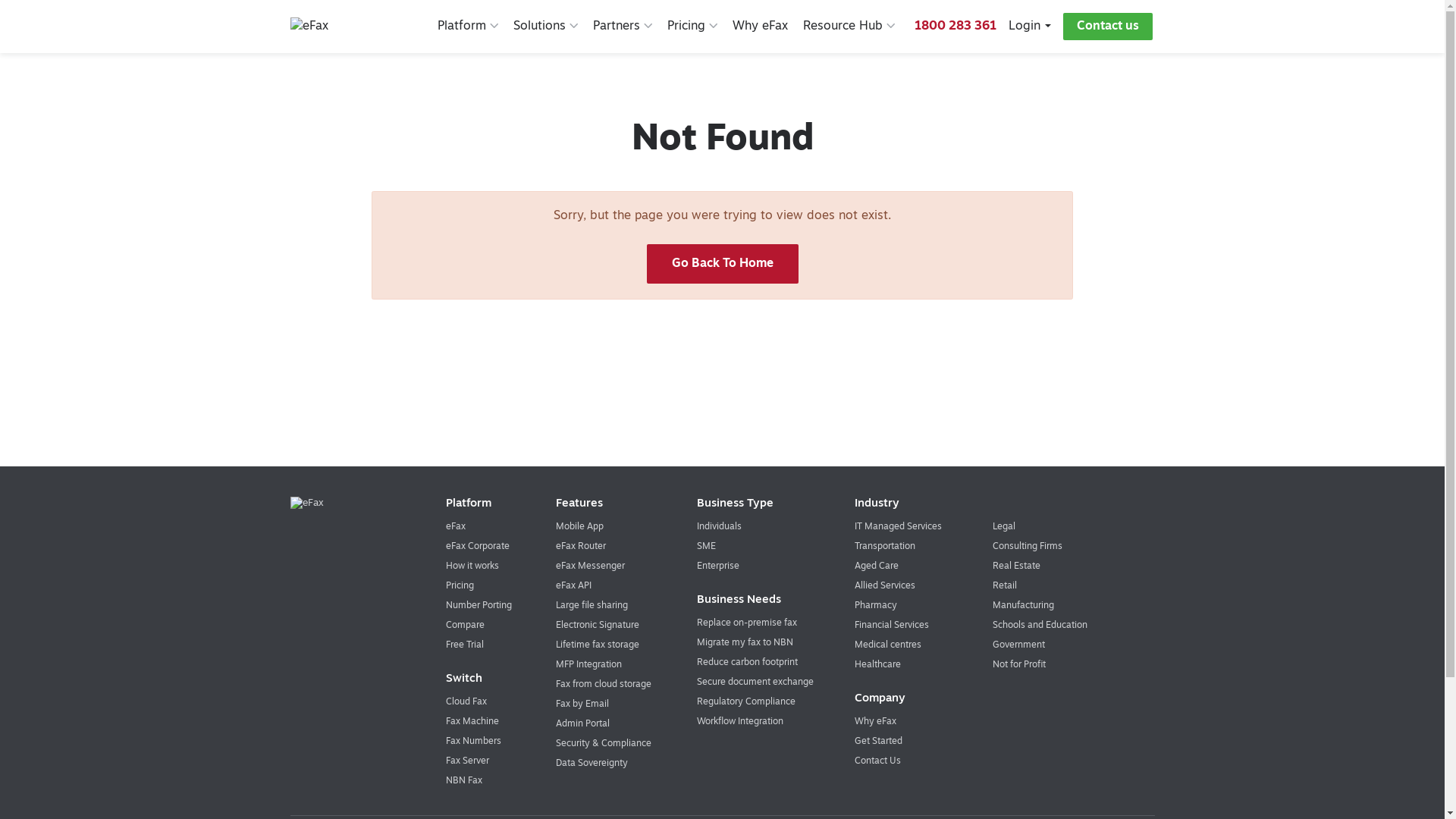 The width and height of the screenshot is (1456, 819). Describe the element at coordinates (609, 504) in the screenshot. I see `'Features'` at that location.